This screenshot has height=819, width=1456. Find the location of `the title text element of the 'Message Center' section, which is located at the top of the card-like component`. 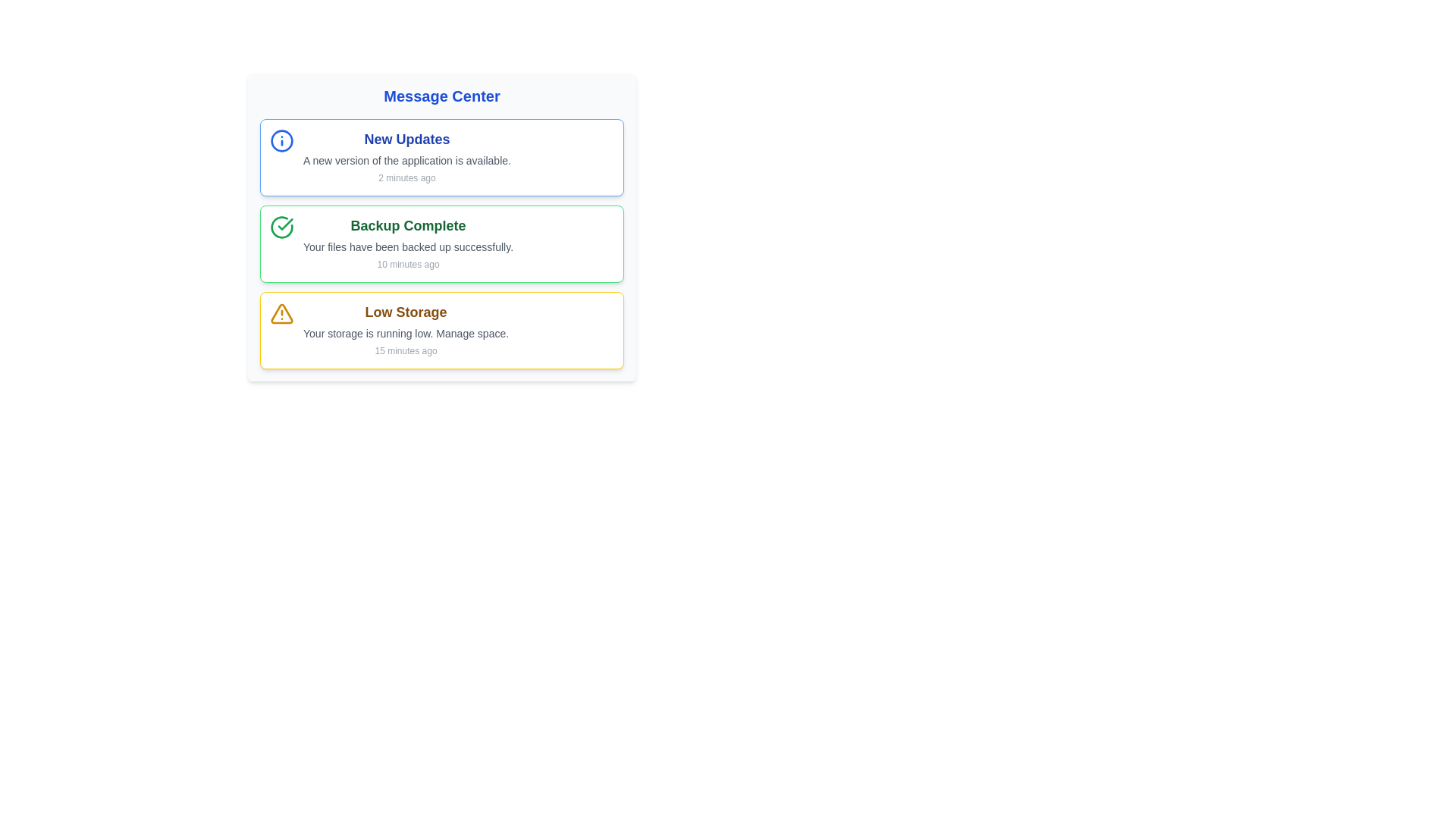

the title text element of the 'Message Center' section, which is located at the top of the card-like component is located at coordinates (441, 96).